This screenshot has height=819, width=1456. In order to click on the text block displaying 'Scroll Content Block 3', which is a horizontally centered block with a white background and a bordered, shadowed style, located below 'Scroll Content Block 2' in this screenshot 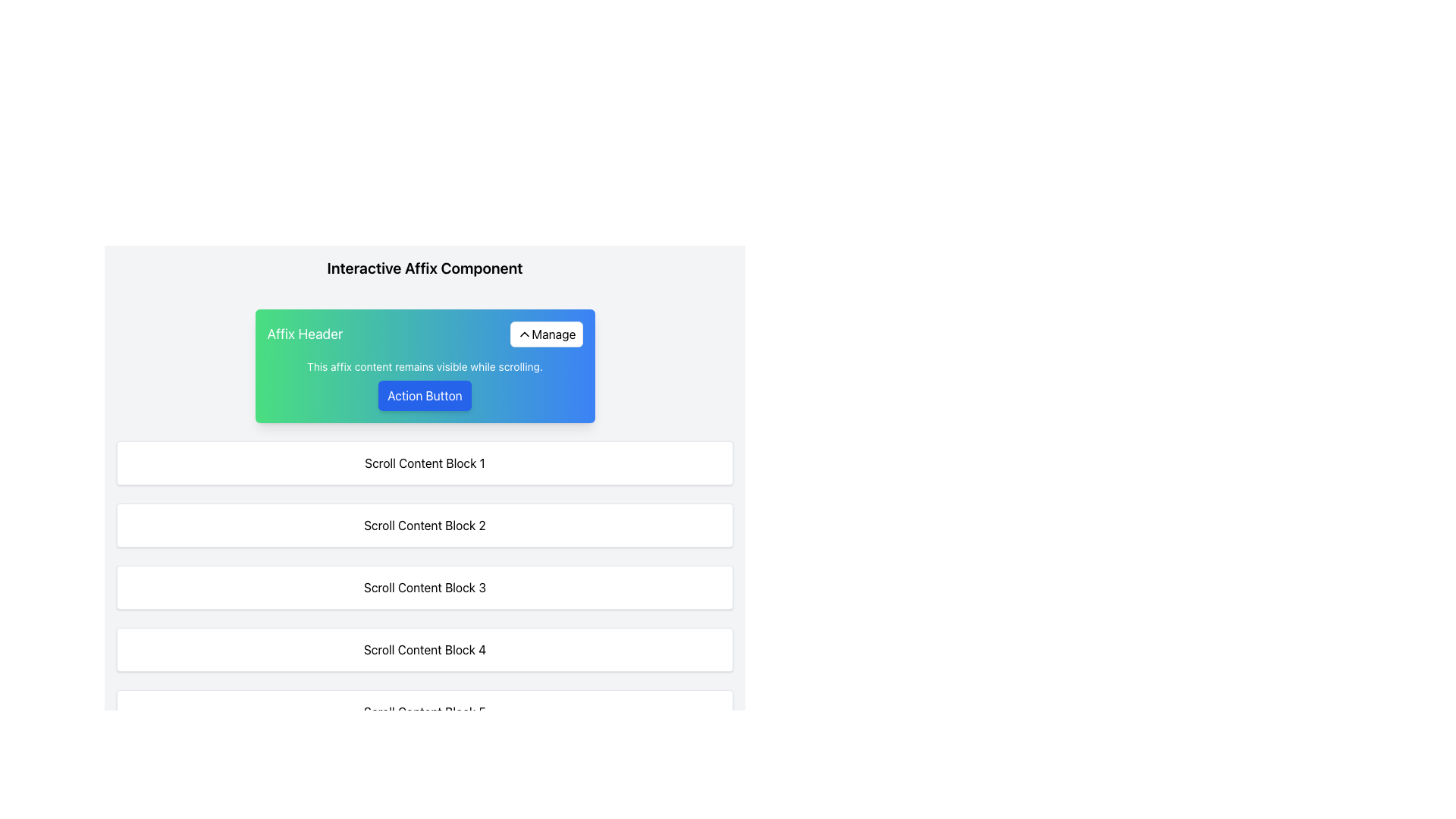, I will do `click(425, 587)`.